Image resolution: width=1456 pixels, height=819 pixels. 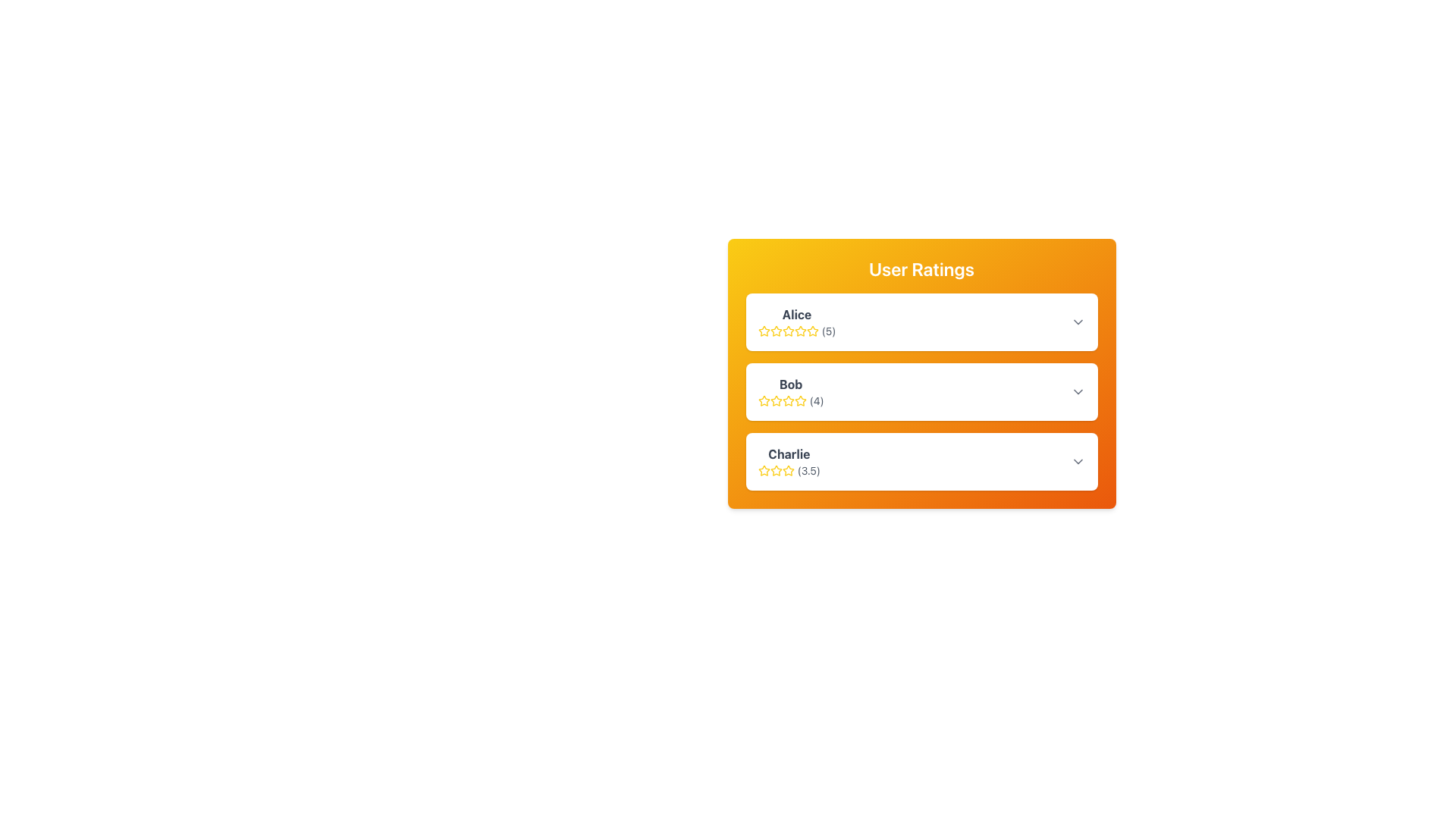 What do you see at coordinates (789, 453) in the screenshot?
I see `the text label representing the user's name, which is the third entry in the list, to interact with adjacent elements based on the name` at bounding box center [789, 453].